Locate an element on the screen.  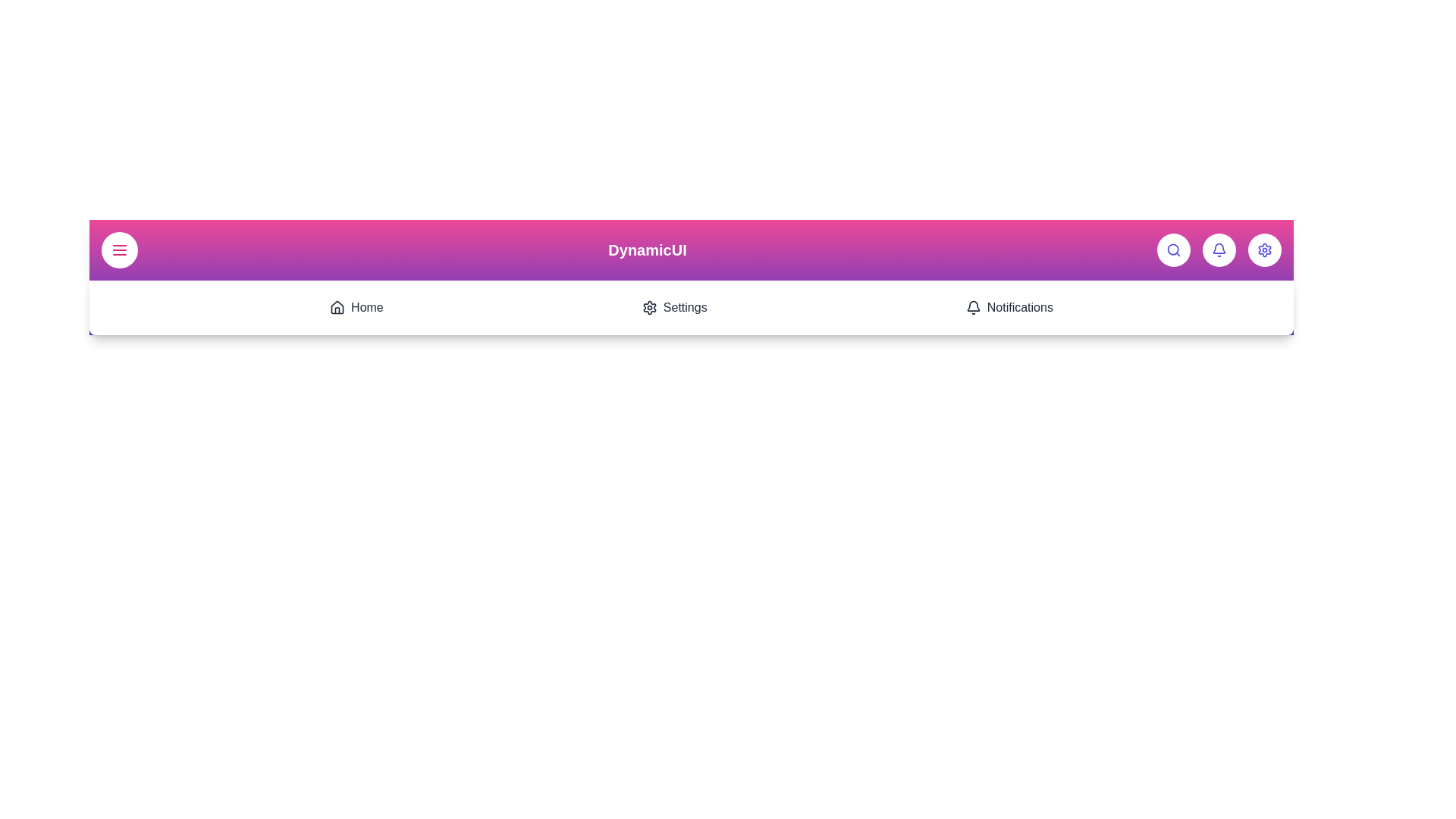
the 'Settings' button in the app bar is located at coordinates (1265, 249).